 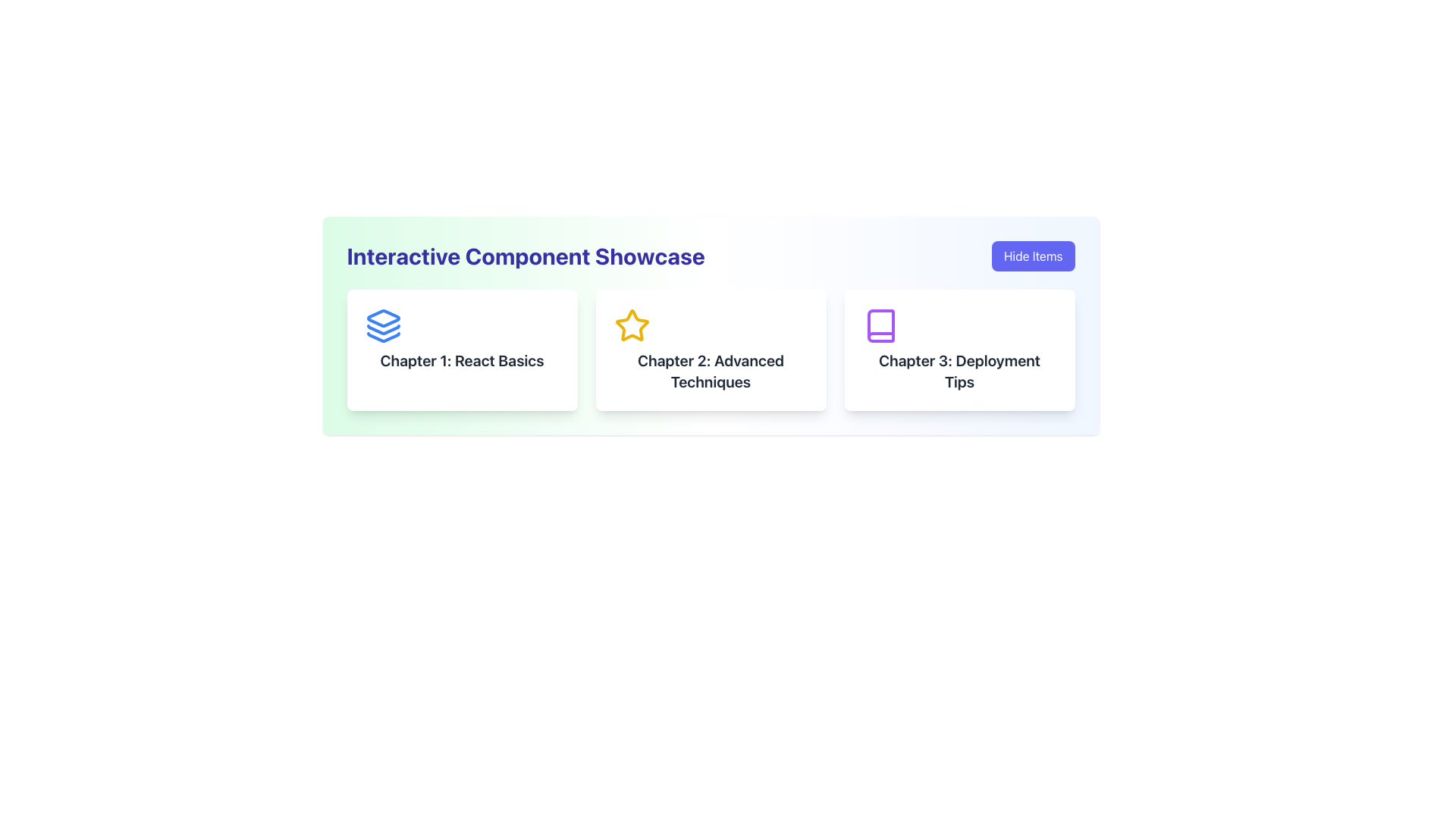 What do you see at coordinates (632, 325) in the screenshot?
I see `the star icon that denotes importance for 'Chapter 2: Advanced Techniques' in the middle card of the three-card layout` at bounding box center [632, 325].